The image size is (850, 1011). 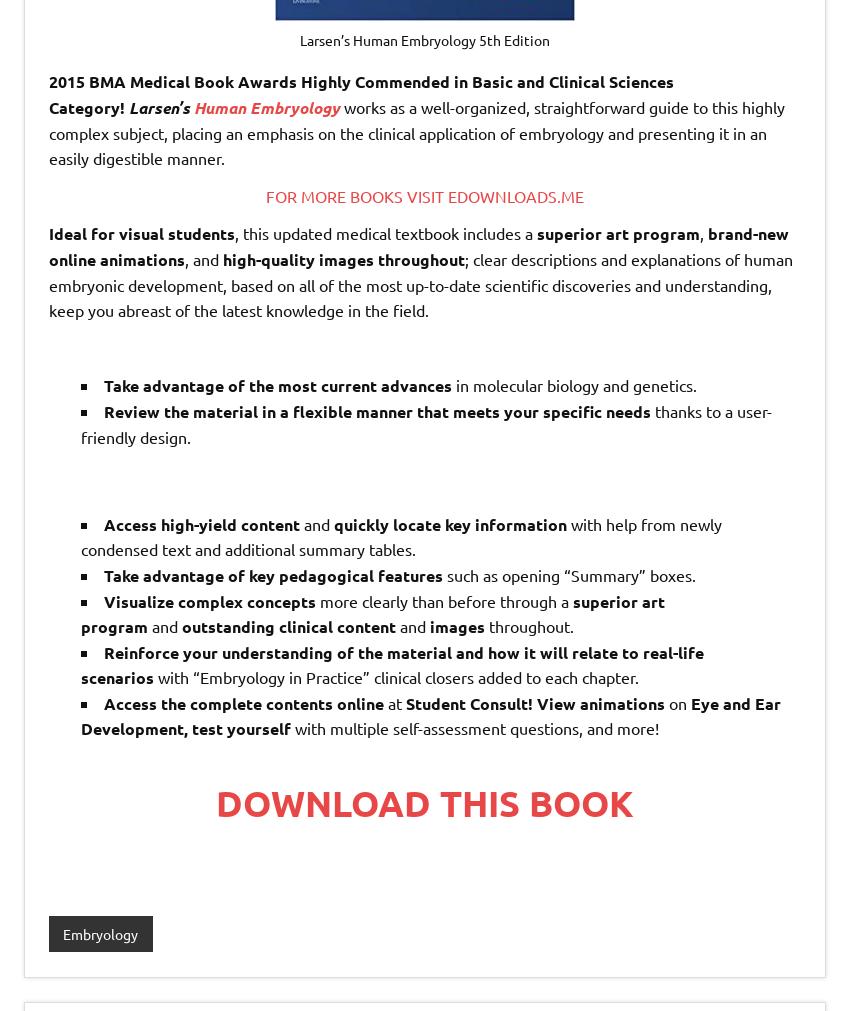 What do you see at coordinates (48, 283) in the screenshot?
I see `'; clear descriptions and explanations of human embryonic development, based on all of the most up-to-date scientific discoveries and understanding, keep you abreast of the latest knowledge in the field.'` at bounding box center [48, 283].